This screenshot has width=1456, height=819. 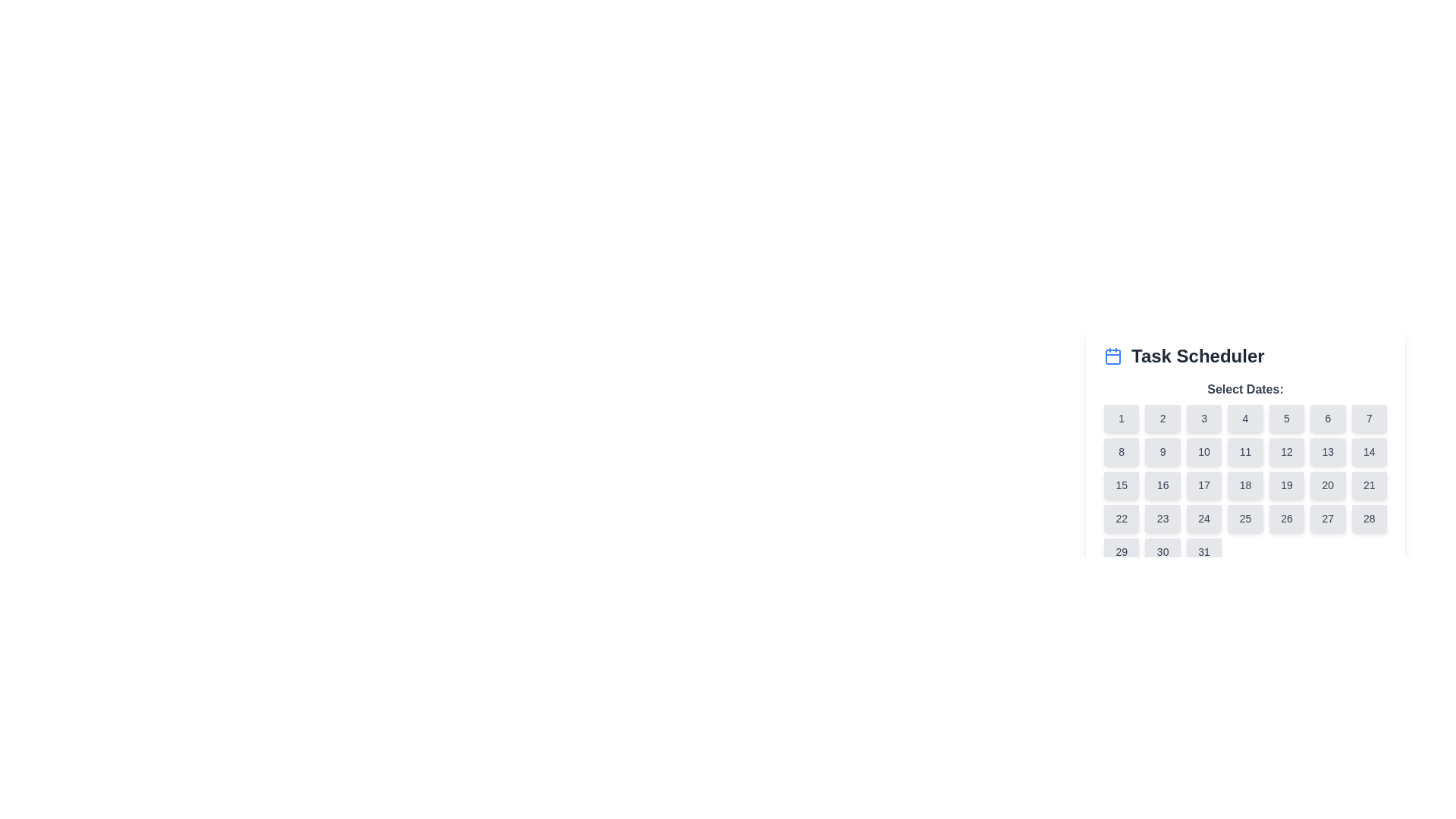 What do you see at coordinates (1369, 451) in the screenshot?
I see `the button representing the 14th day in the calendar interface` at bounding box center [1369, 451].